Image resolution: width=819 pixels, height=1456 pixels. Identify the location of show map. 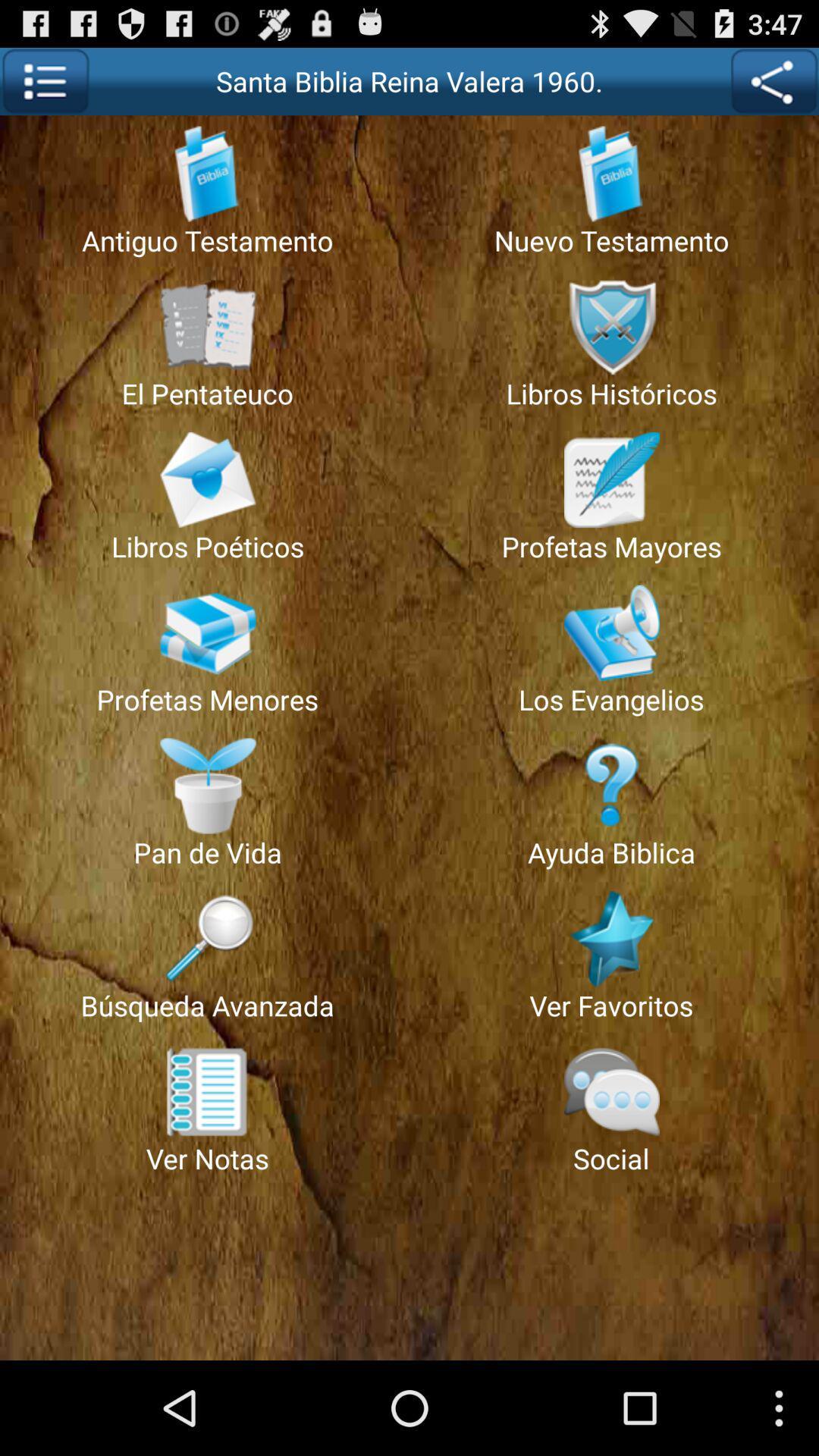
(773, 80).